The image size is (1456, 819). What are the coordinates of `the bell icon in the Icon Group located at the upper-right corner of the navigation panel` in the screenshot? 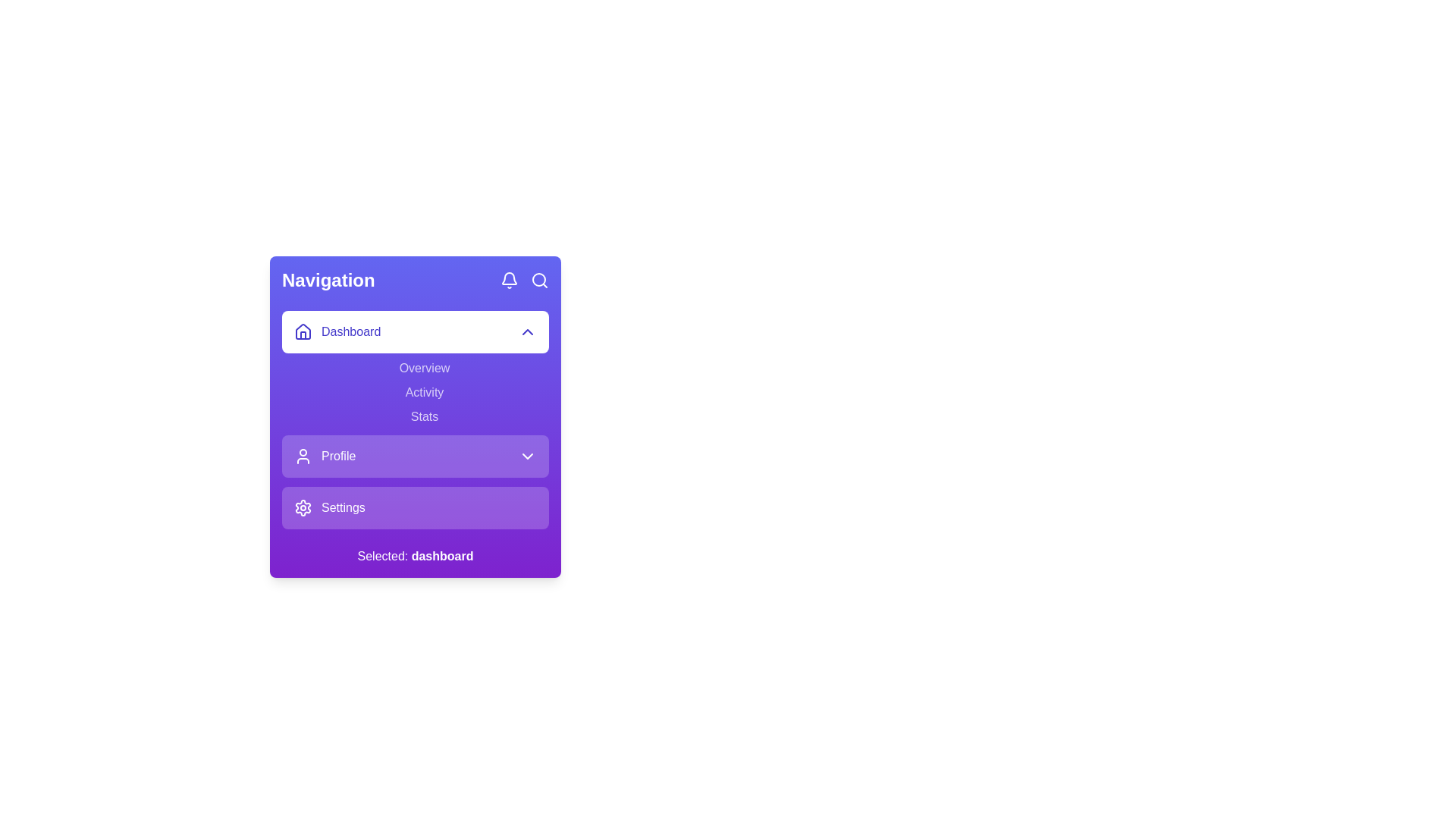 It's located at (524, 281).